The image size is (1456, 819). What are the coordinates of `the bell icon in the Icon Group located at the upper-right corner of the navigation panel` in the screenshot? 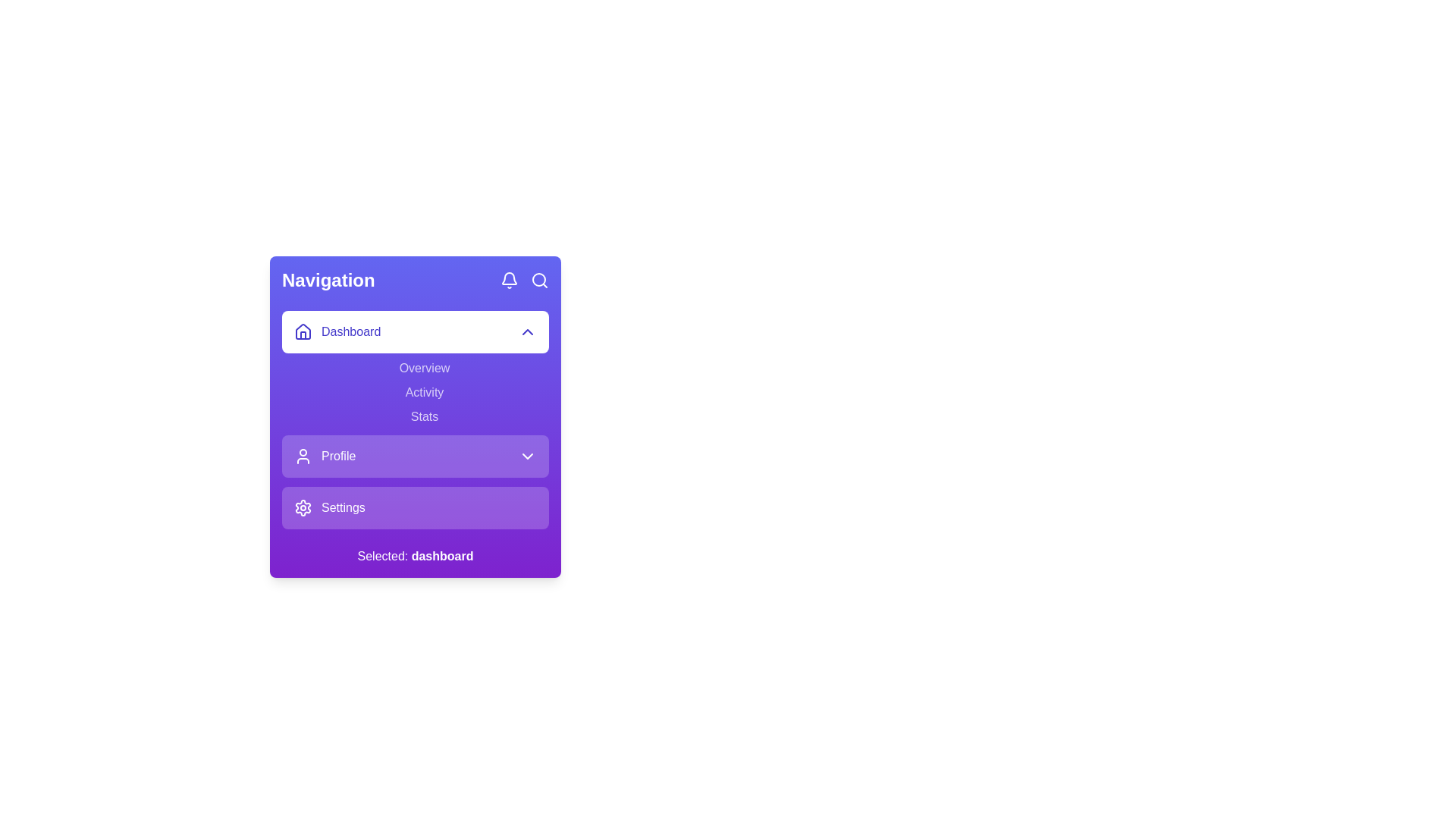 It's located at (524, 281).